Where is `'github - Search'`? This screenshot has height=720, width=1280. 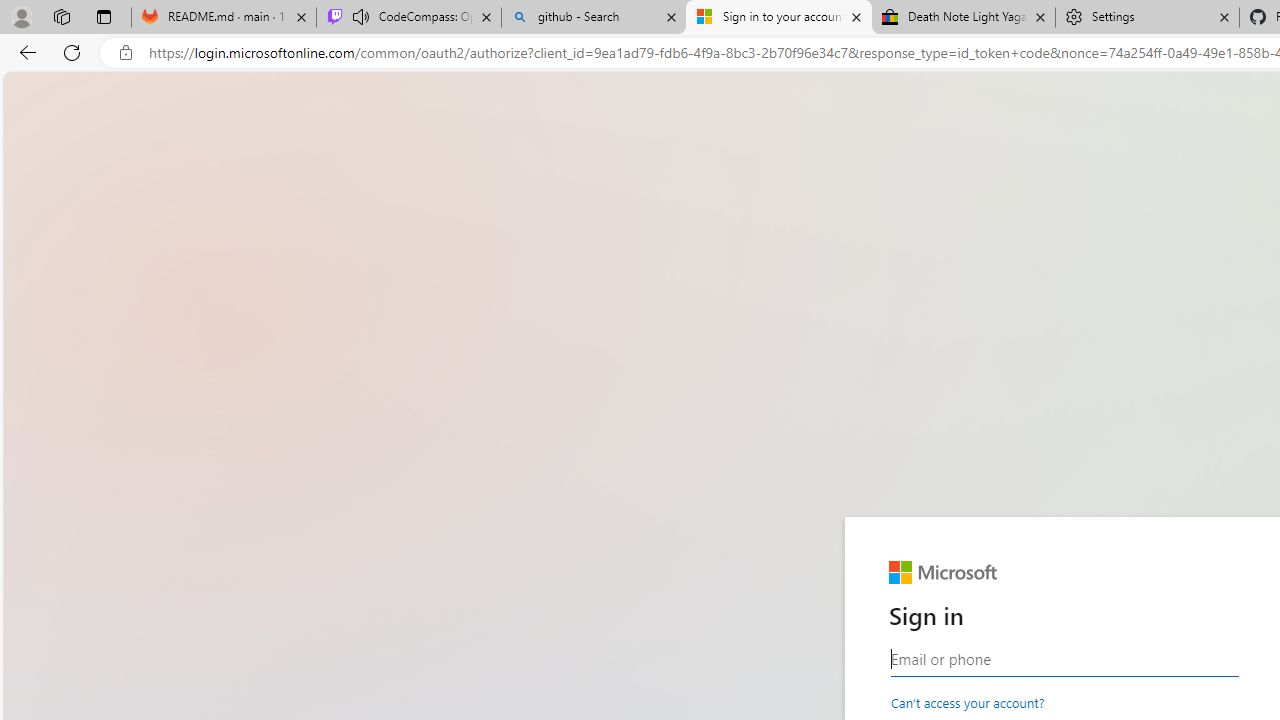
'github - Search' is located at coordinates (592, 17).